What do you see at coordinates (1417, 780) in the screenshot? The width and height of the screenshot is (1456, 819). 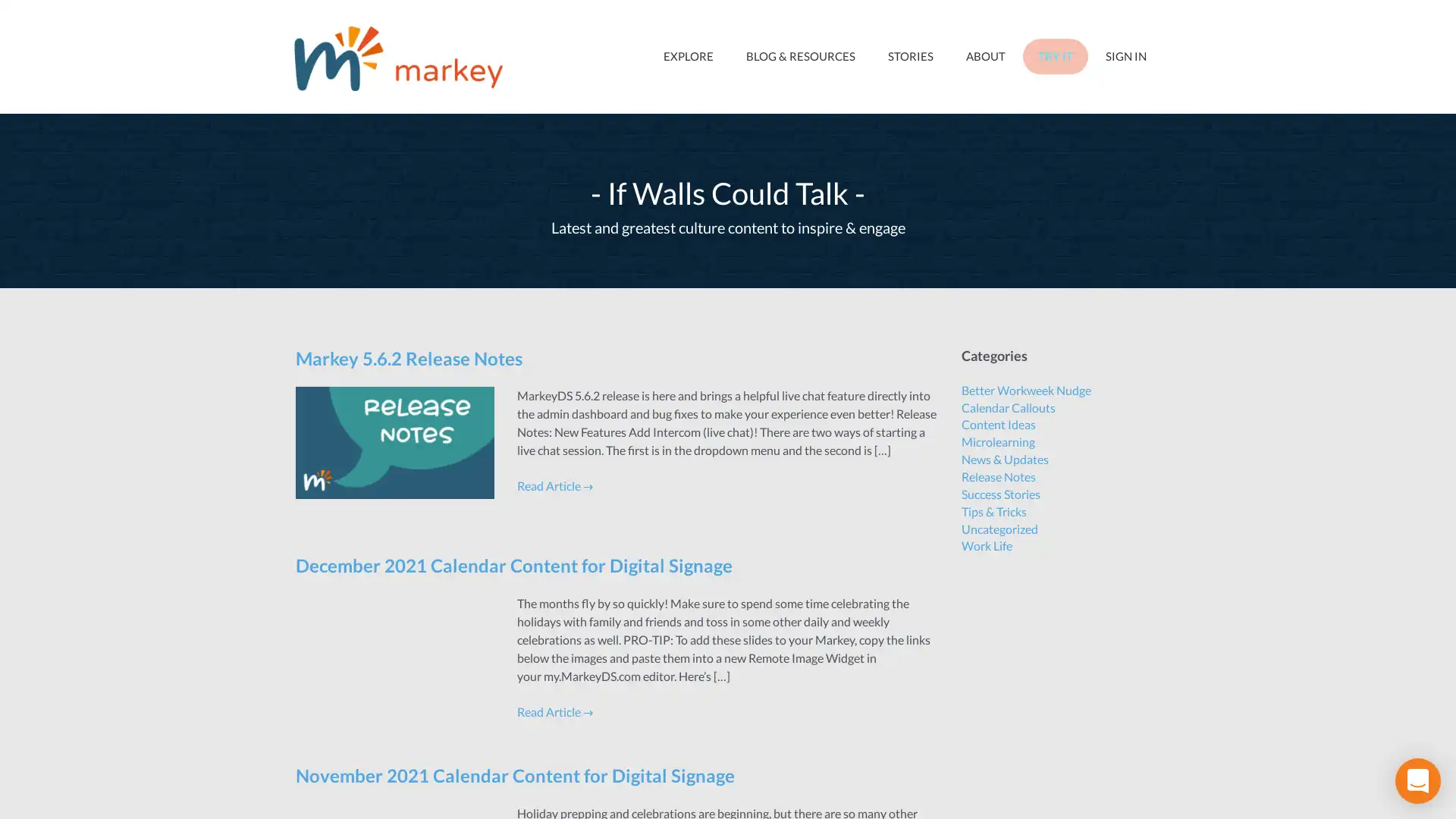 I see `Open Intercom Messenger` at bounding box center [1417, 780].